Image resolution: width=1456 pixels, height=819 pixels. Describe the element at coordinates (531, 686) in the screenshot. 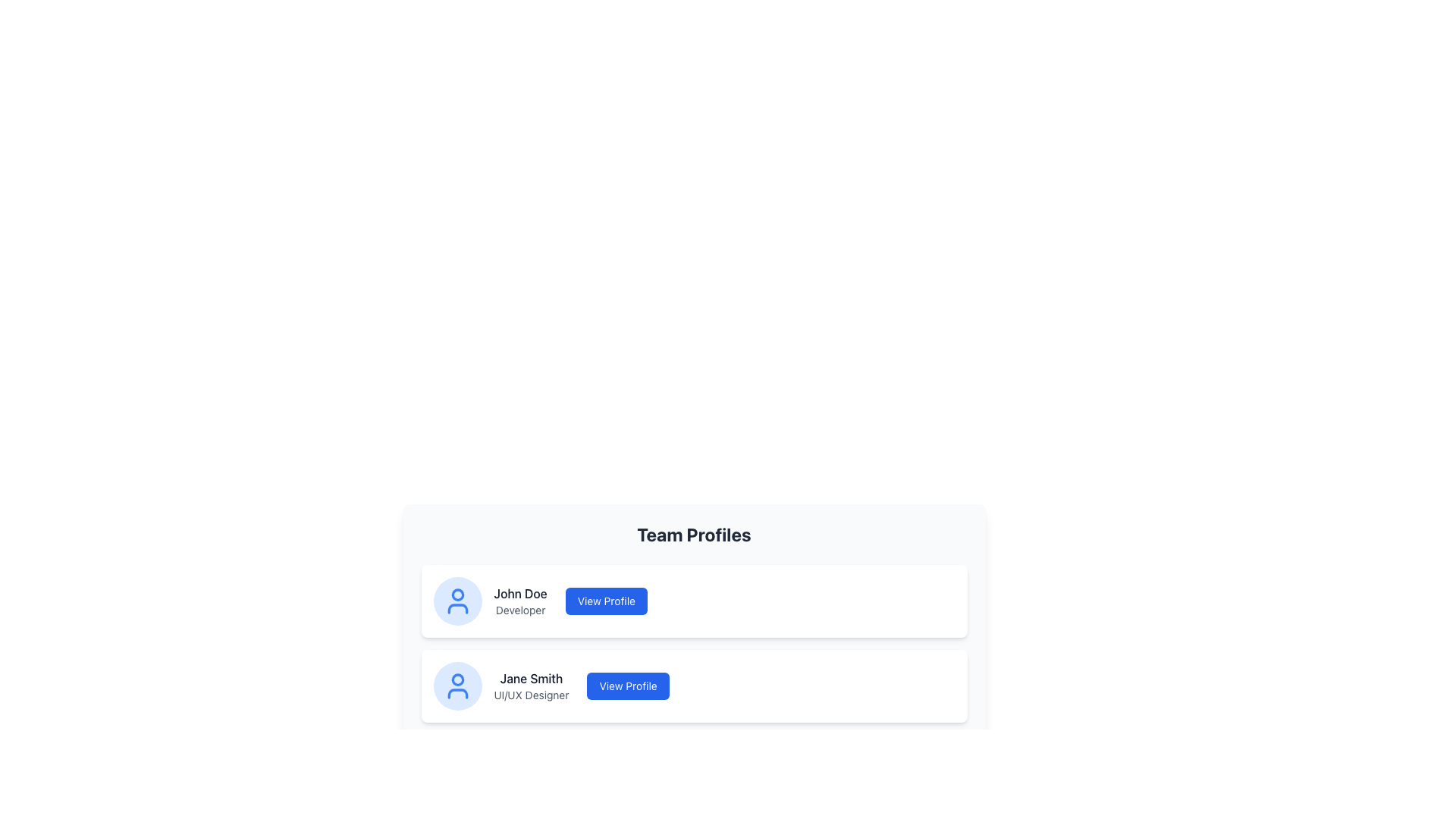

I see `text content of the Text block displaying 'Jane Smith' and 'UI/UX Designer' located within the second profile card` at that location.